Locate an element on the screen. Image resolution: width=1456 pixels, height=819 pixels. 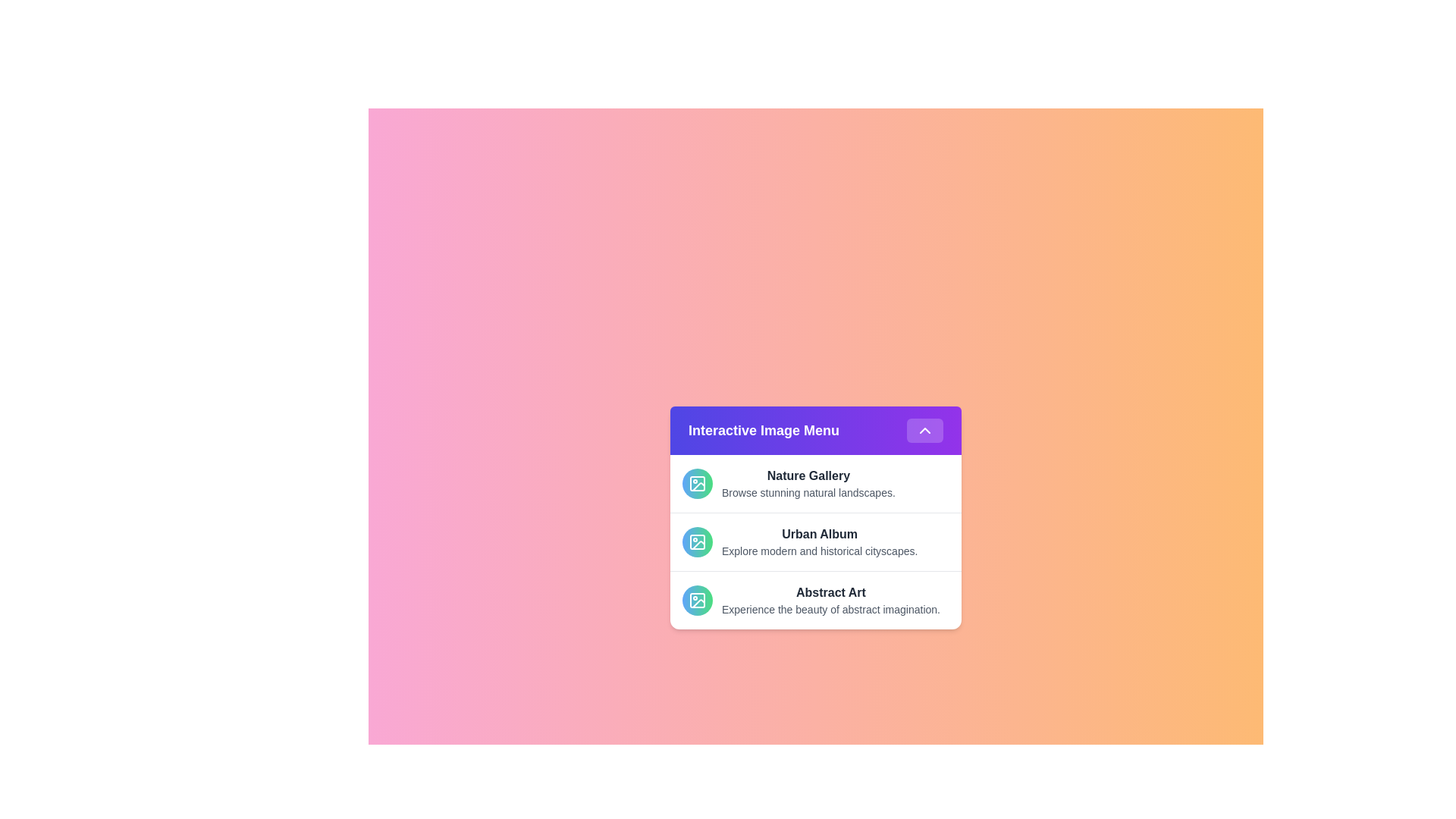
the menu item labeled Urban Album is located at coordinates (814, 541).